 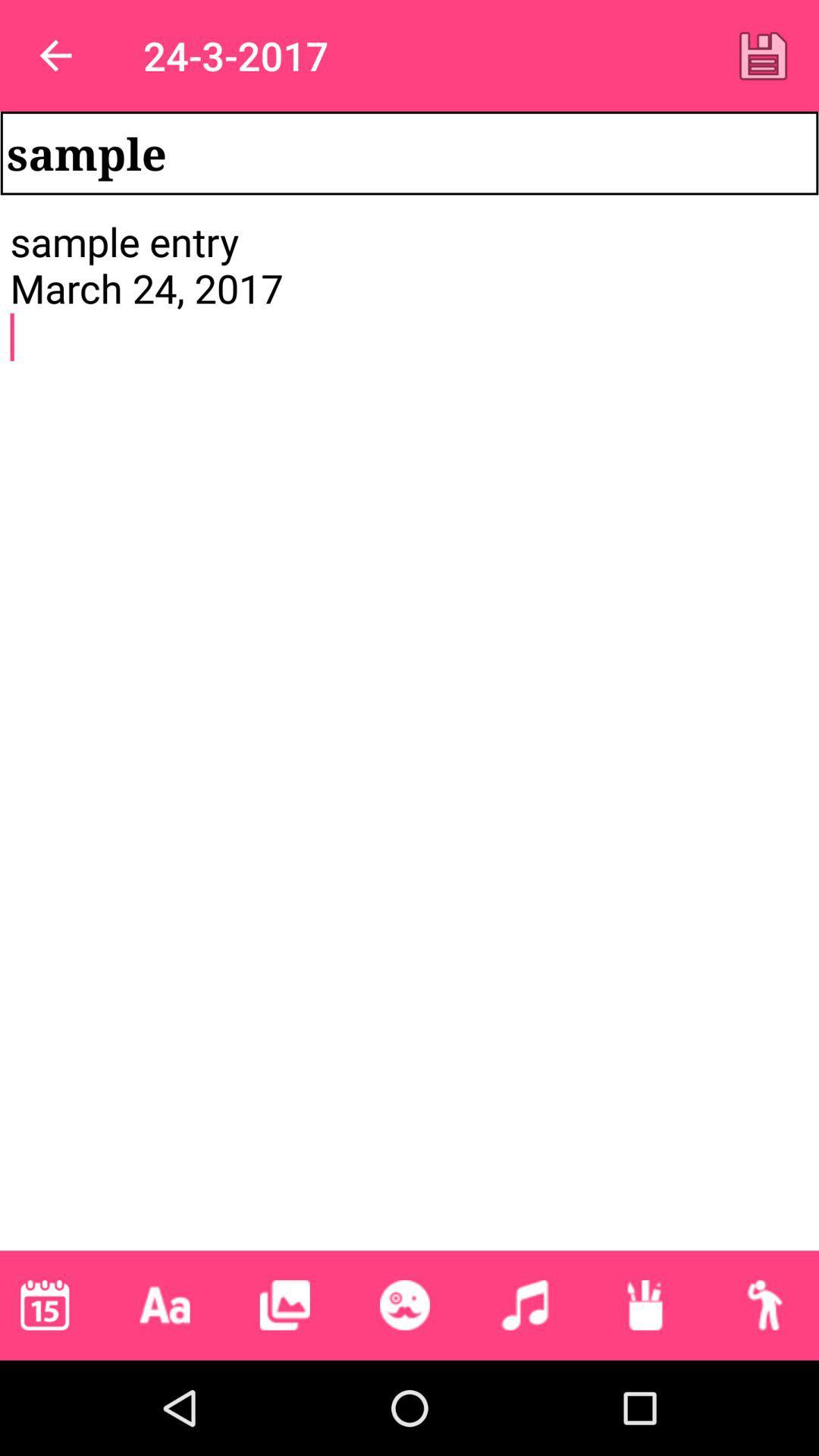 I want to click on the item below sample entry march item, so click(x=403, y=1304).